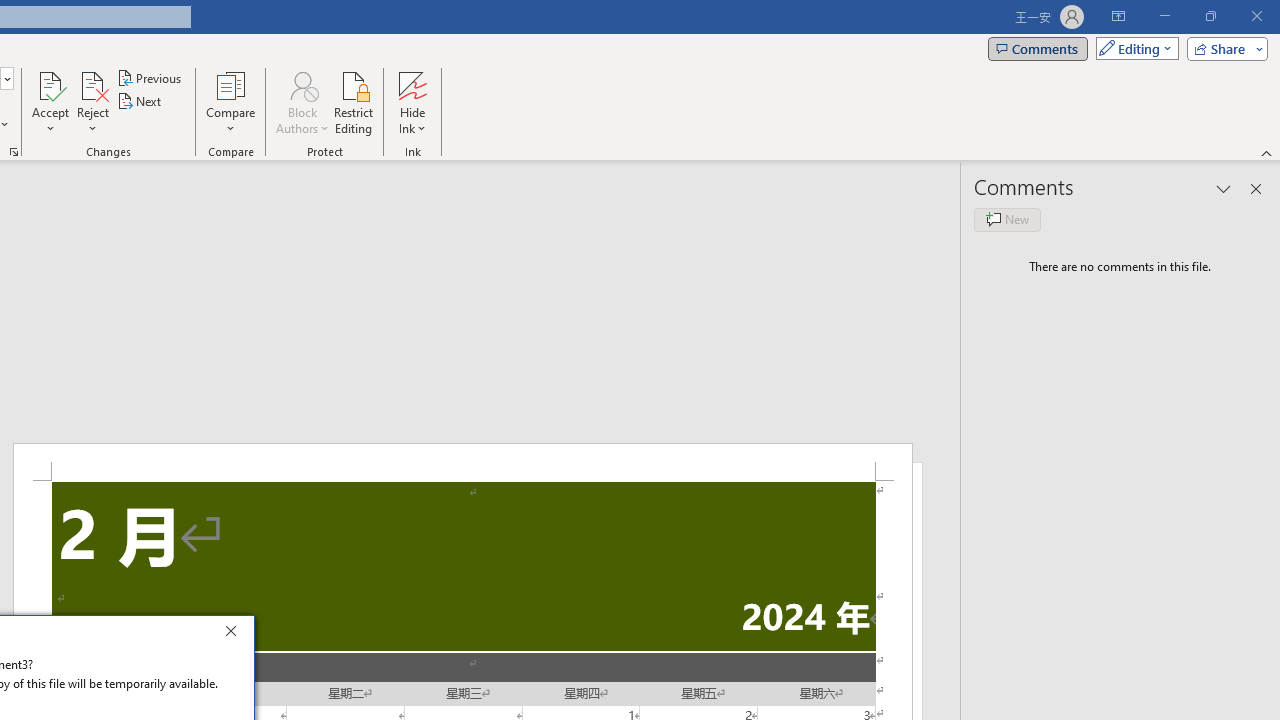 Image resolution: width=1280 pixels, height=720 pixels. What do you see at coordinates (139, 101) in the screenshot?
I see `'Next'` at bounding box center [139, 101].